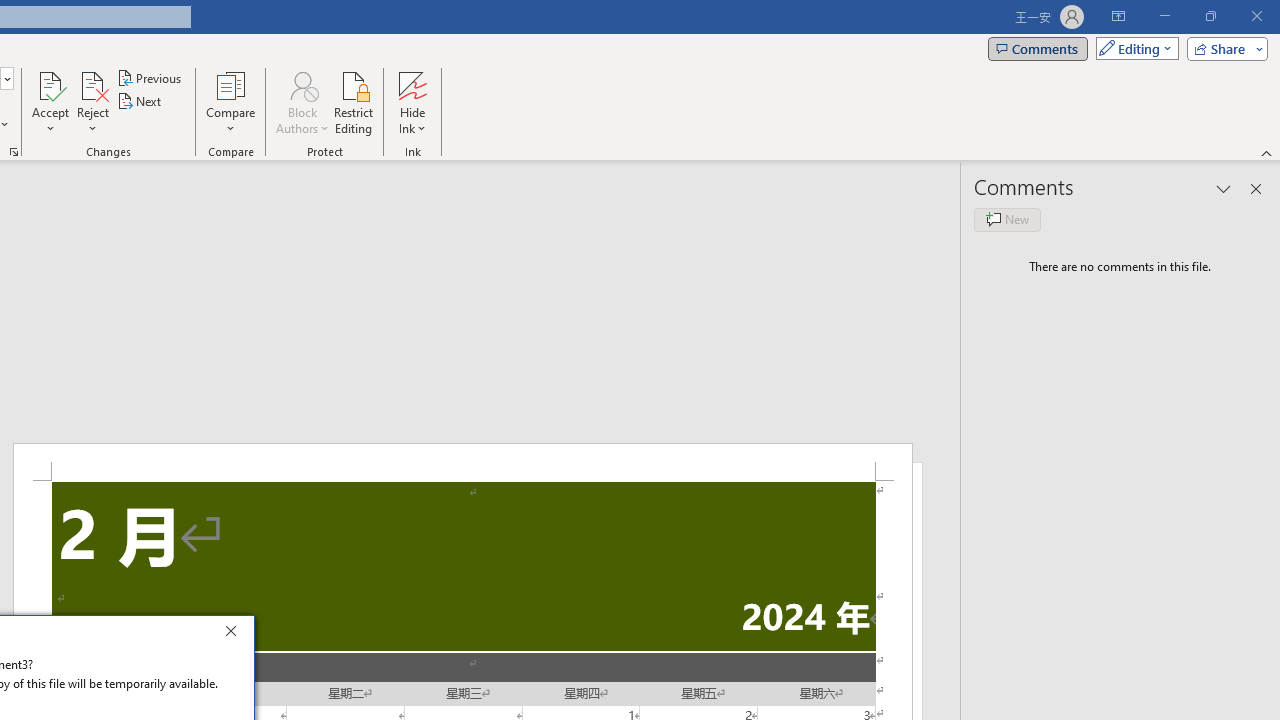 Image resolution: width=1280 pixels, height=720 pixels. What do you see at coordinates (139, 101) in the screenshot?
I see `'Next'` at bounding box center [139, 101].